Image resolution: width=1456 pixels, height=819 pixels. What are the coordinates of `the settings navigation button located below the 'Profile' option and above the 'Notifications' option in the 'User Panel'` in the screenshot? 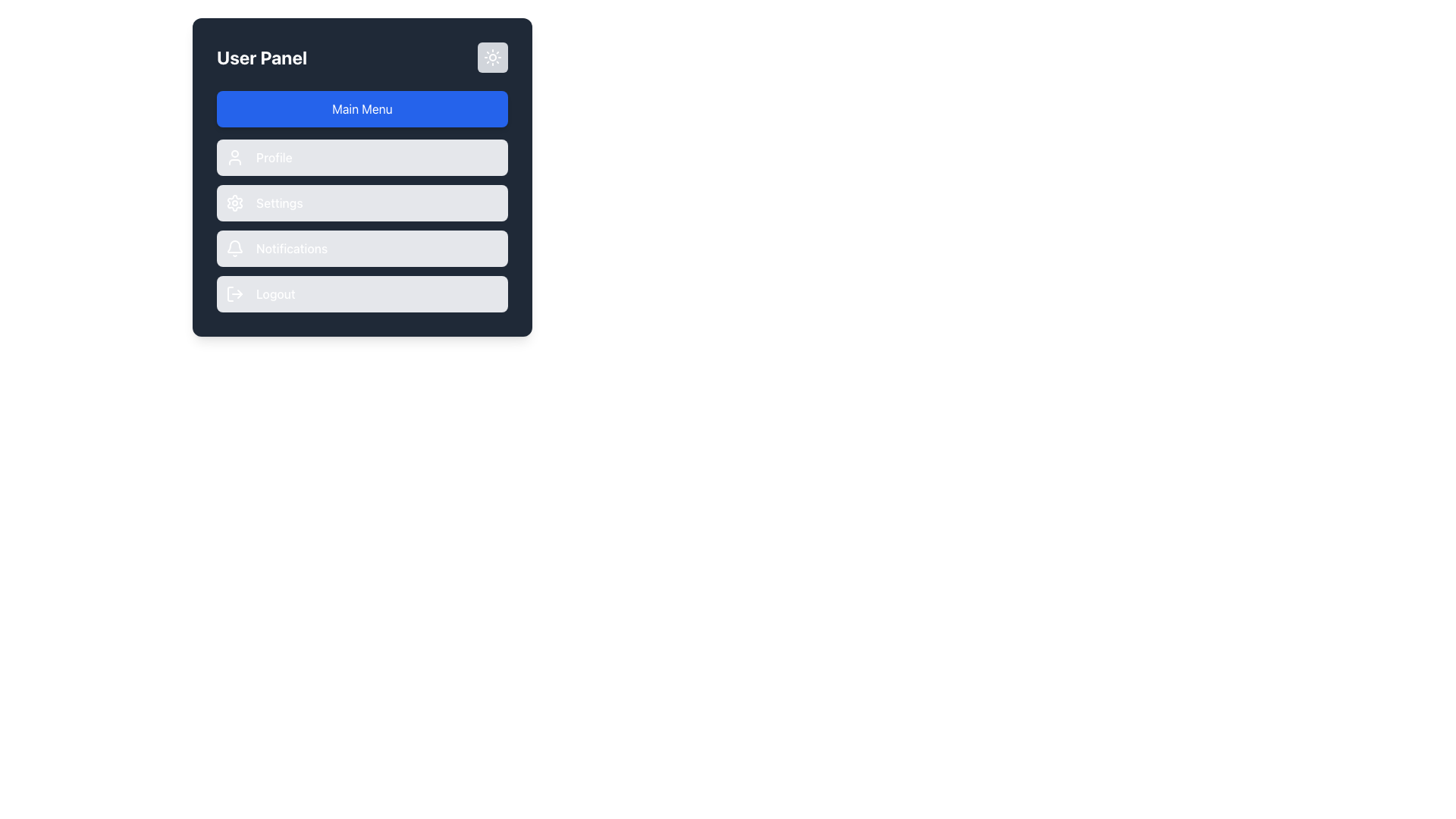 It's located at (362, 202).